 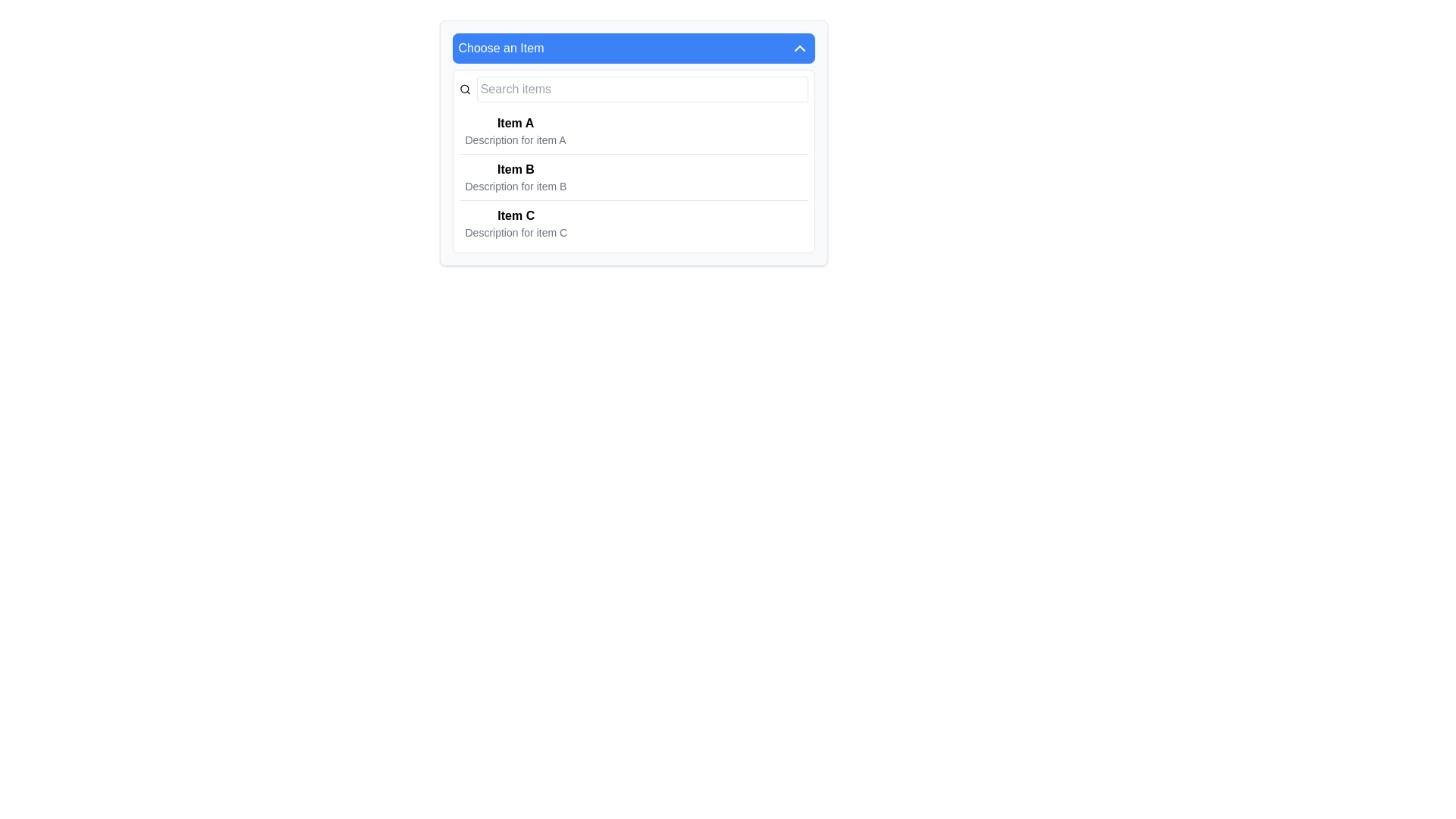 I want to click on the text label displaying 'Description for item B', which is located directly beneath the 'Item B' heading in the selection menu, so click(x=516, y=186).